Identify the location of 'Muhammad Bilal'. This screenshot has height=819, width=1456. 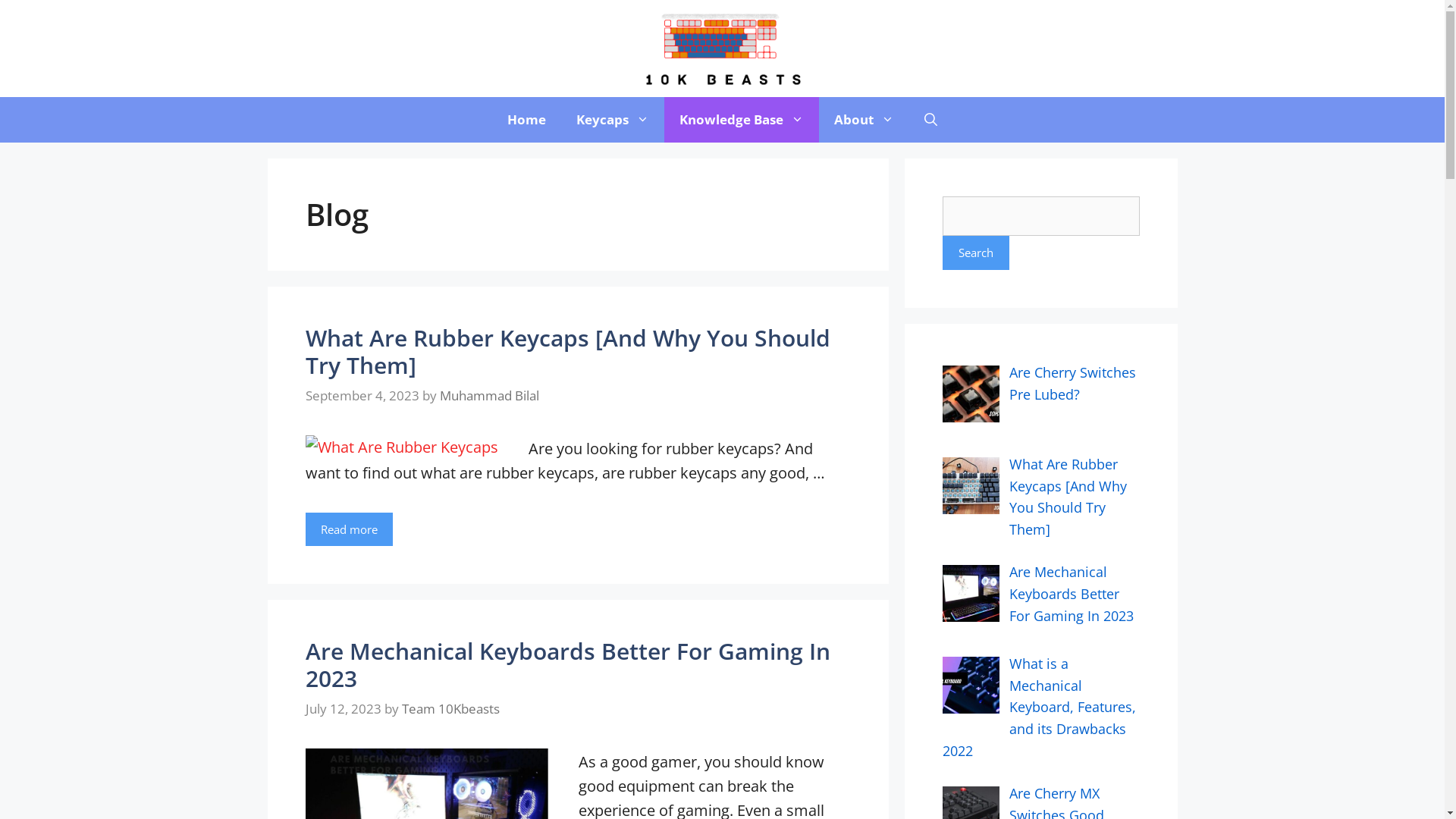
(489, 394).